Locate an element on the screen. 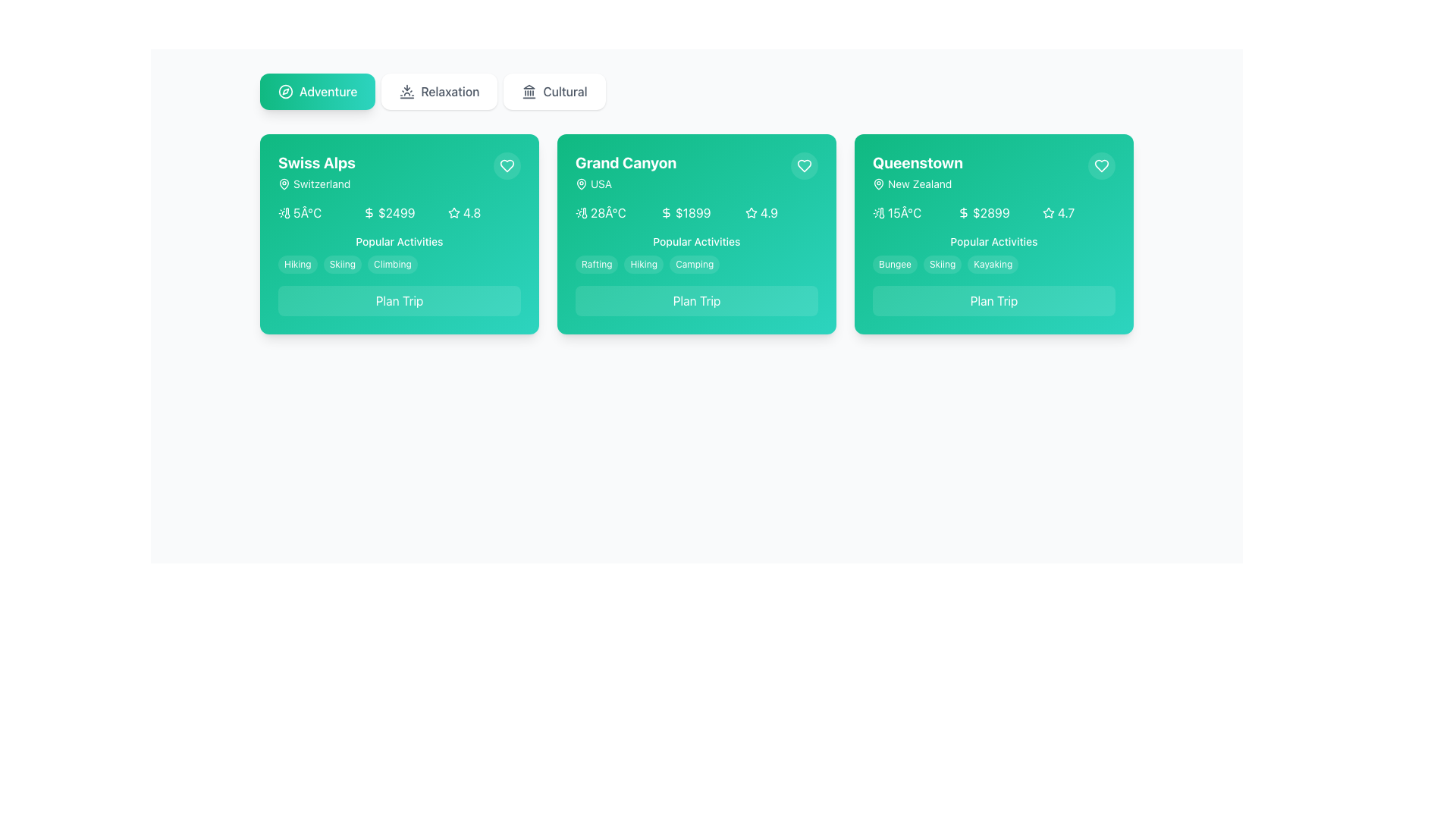  the Tag Group located in the lower section of the 'Queenstown' card under the 'Popular Activities' label is located at coordinates (993, 253).